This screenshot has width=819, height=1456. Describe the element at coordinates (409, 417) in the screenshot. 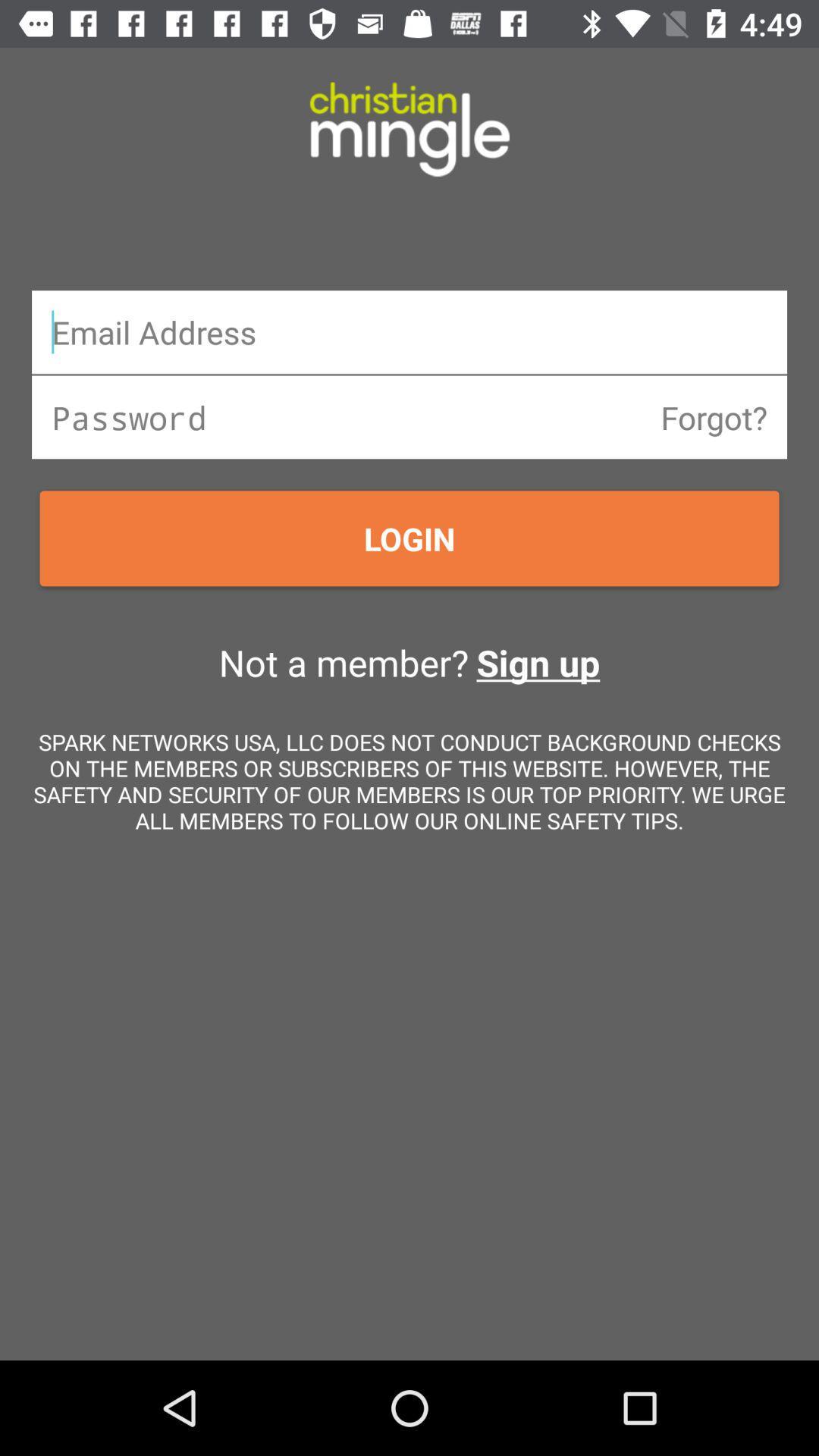

I see `your password` at that location.